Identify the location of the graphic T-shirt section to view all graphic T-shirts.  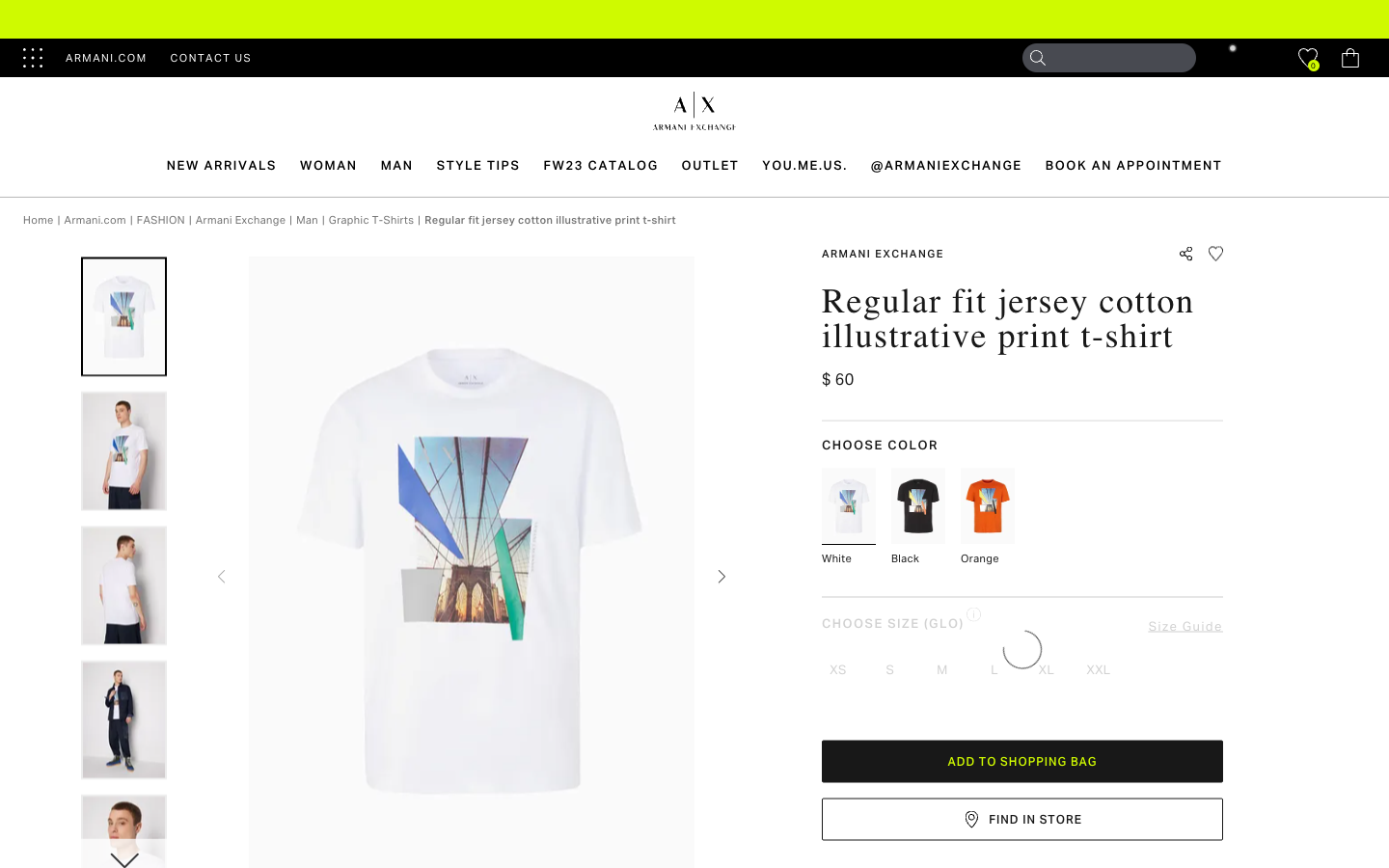
(370, 218).